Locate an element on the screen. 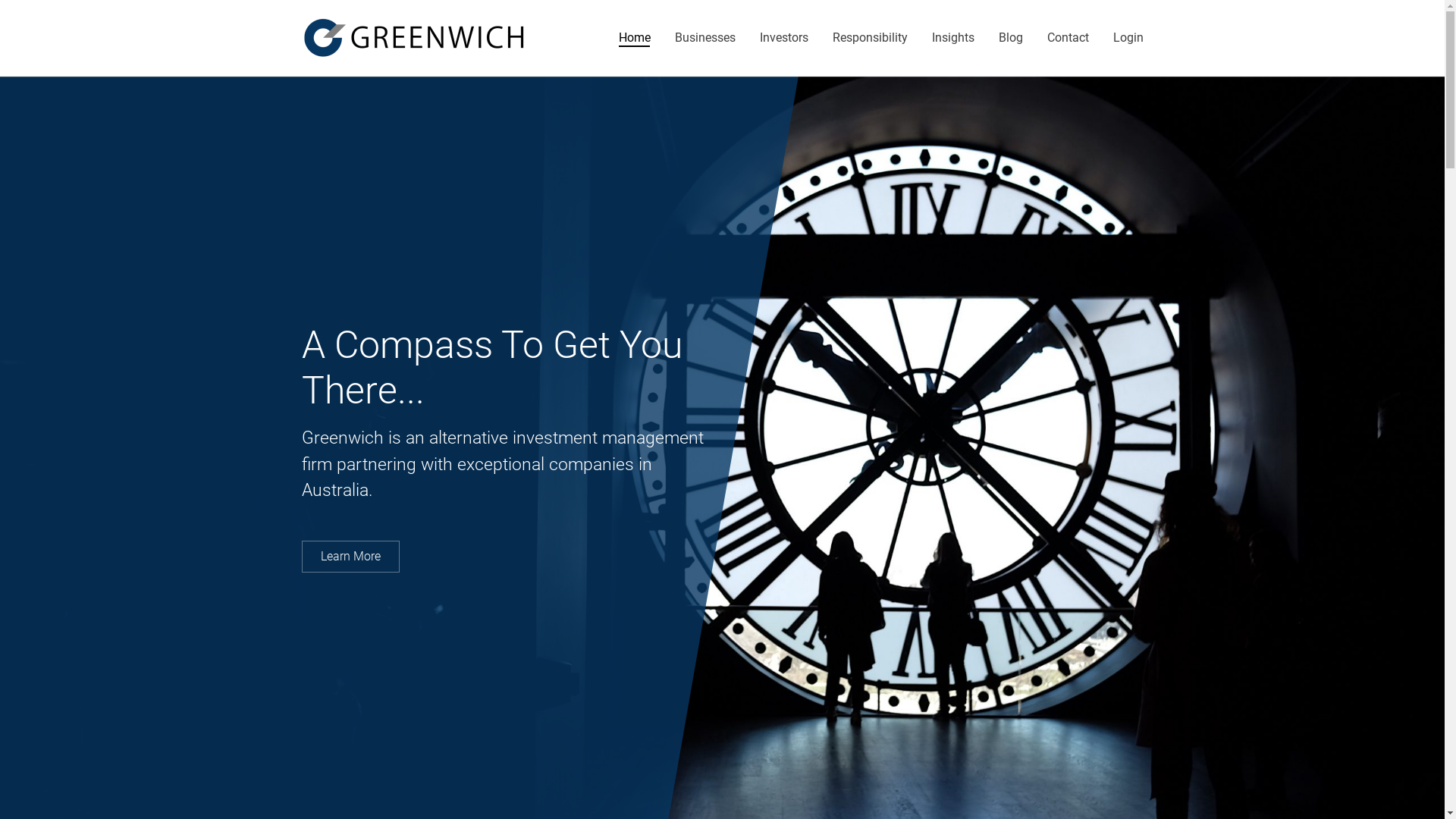  'Investors' is located at coordinates (783, 37).